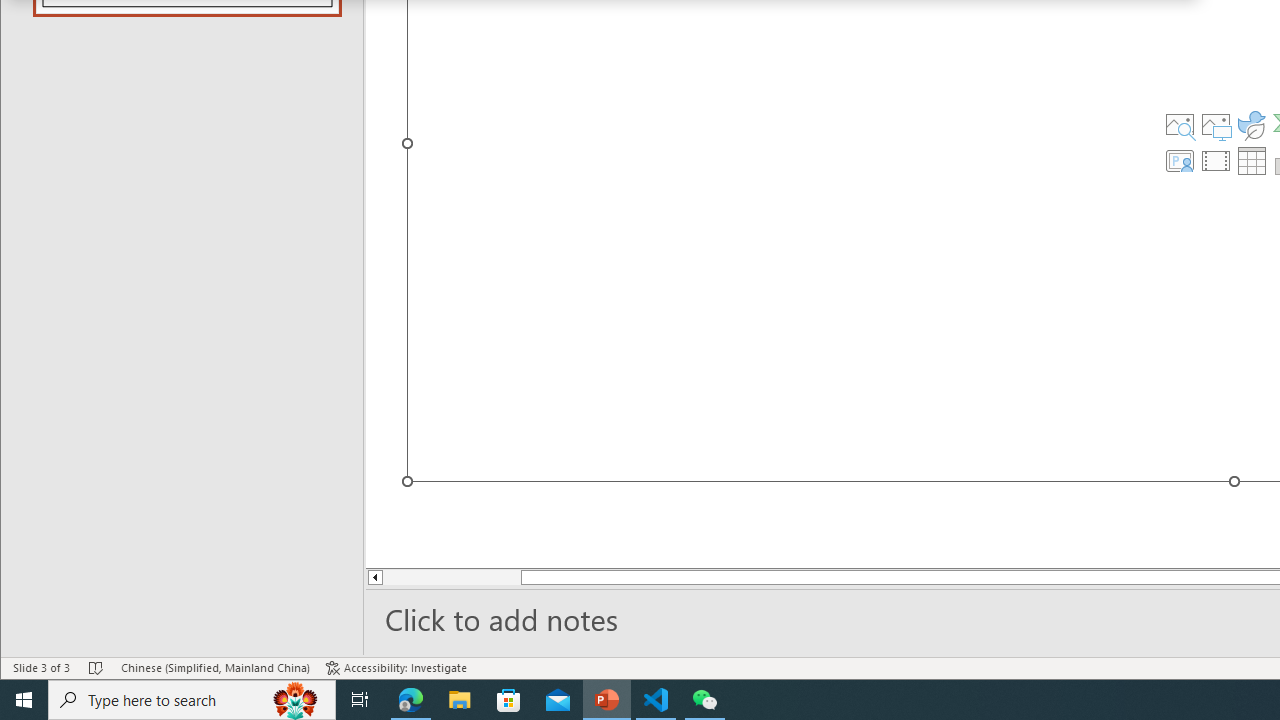  I want to click on 'WeChat - 1 running window', so click(705, 698).